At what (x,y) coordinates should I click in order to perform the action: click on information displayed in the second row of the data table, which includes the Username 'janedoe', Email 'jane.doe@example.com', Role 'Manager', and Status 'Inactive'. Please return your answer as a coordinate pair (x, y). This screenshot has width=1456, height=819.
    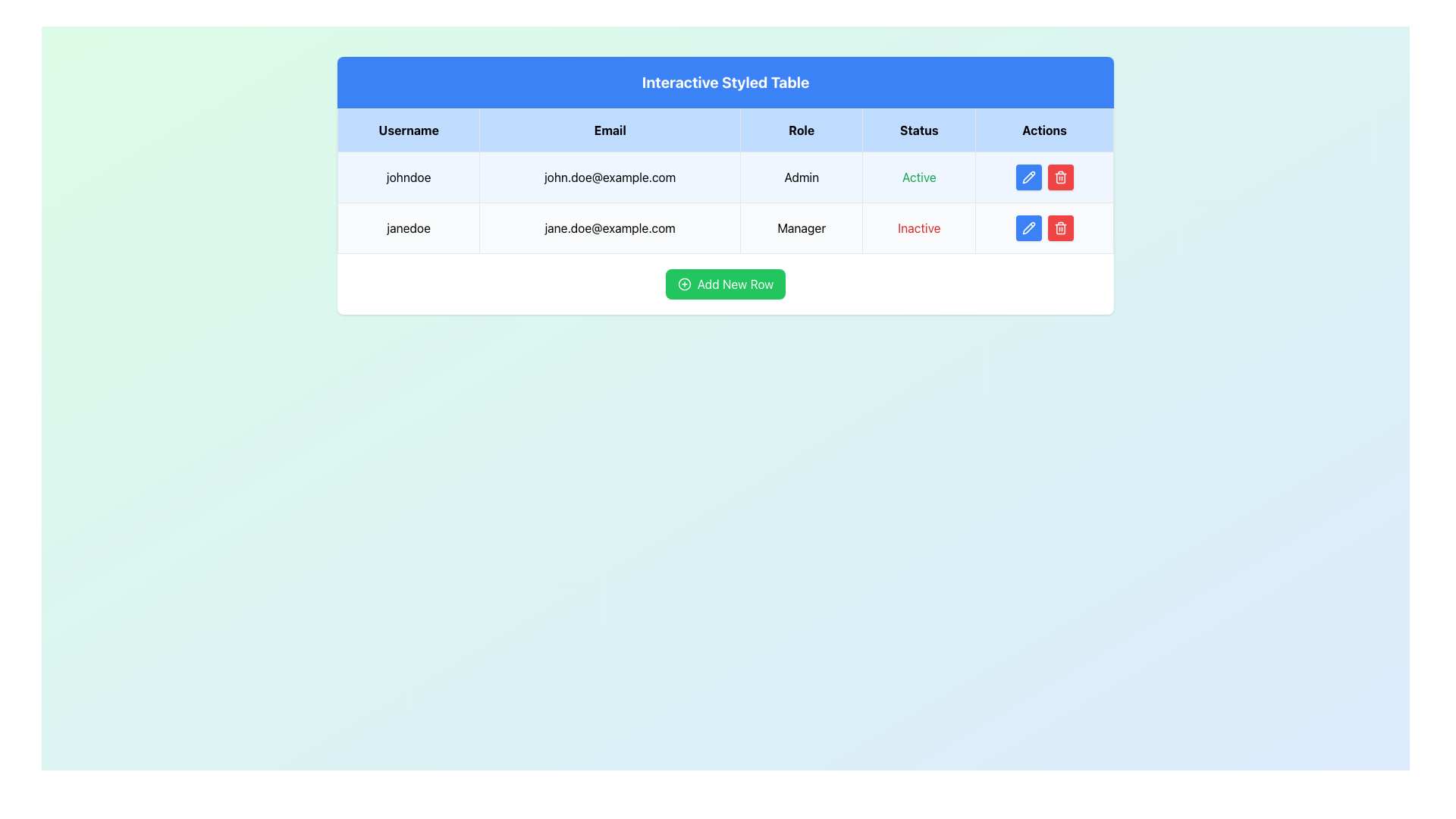
    Looking at the image, I should click on (724, 227).